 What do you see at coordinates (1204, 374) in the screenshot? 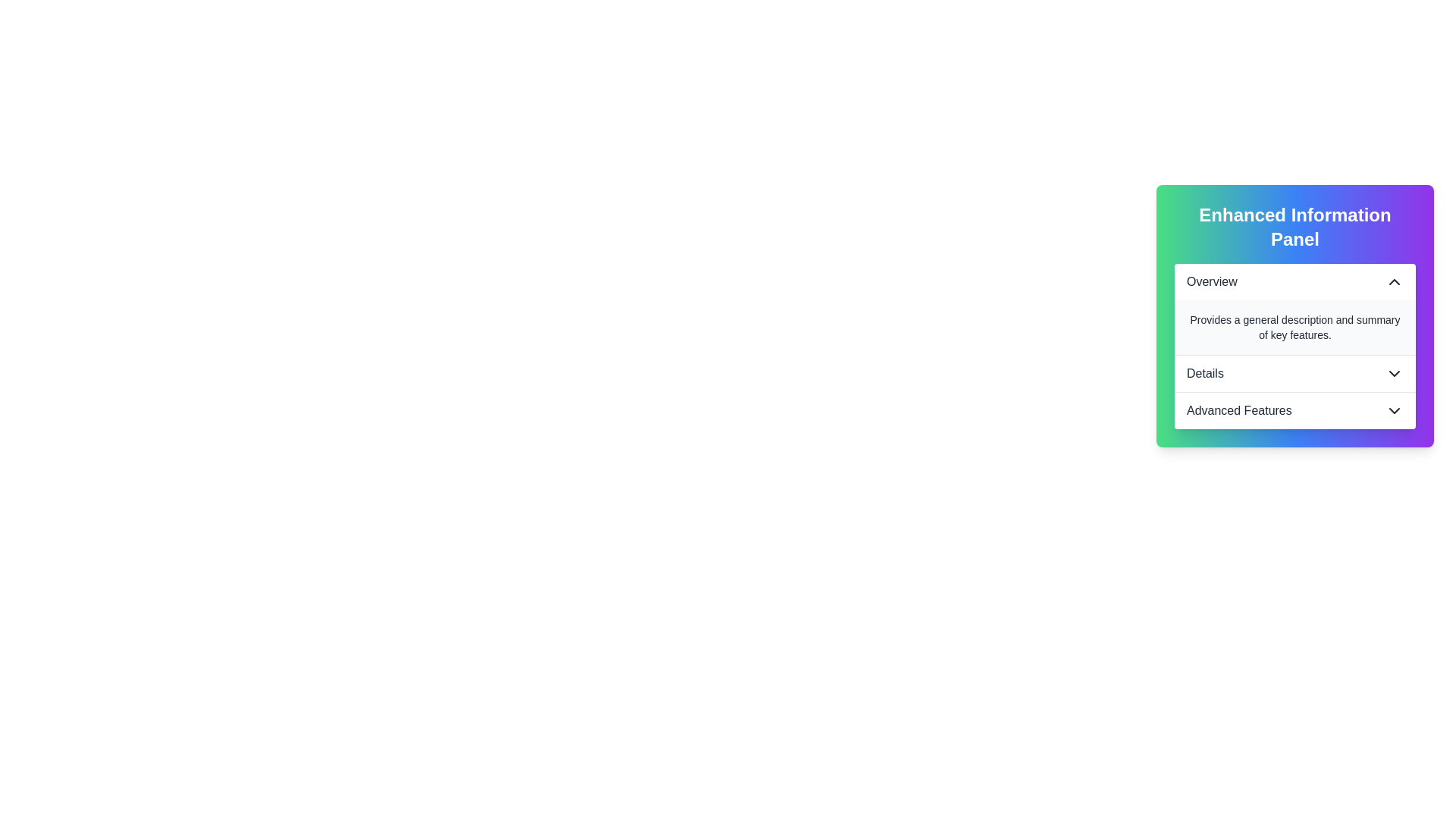
I see `'Details' label located in the second section of the vertical list layout inside the 'Enhanced Information Panel', positioned horizontally centered between the 'Overview' and 'Advanced Features' sections` at bounding box center [1204, 374].